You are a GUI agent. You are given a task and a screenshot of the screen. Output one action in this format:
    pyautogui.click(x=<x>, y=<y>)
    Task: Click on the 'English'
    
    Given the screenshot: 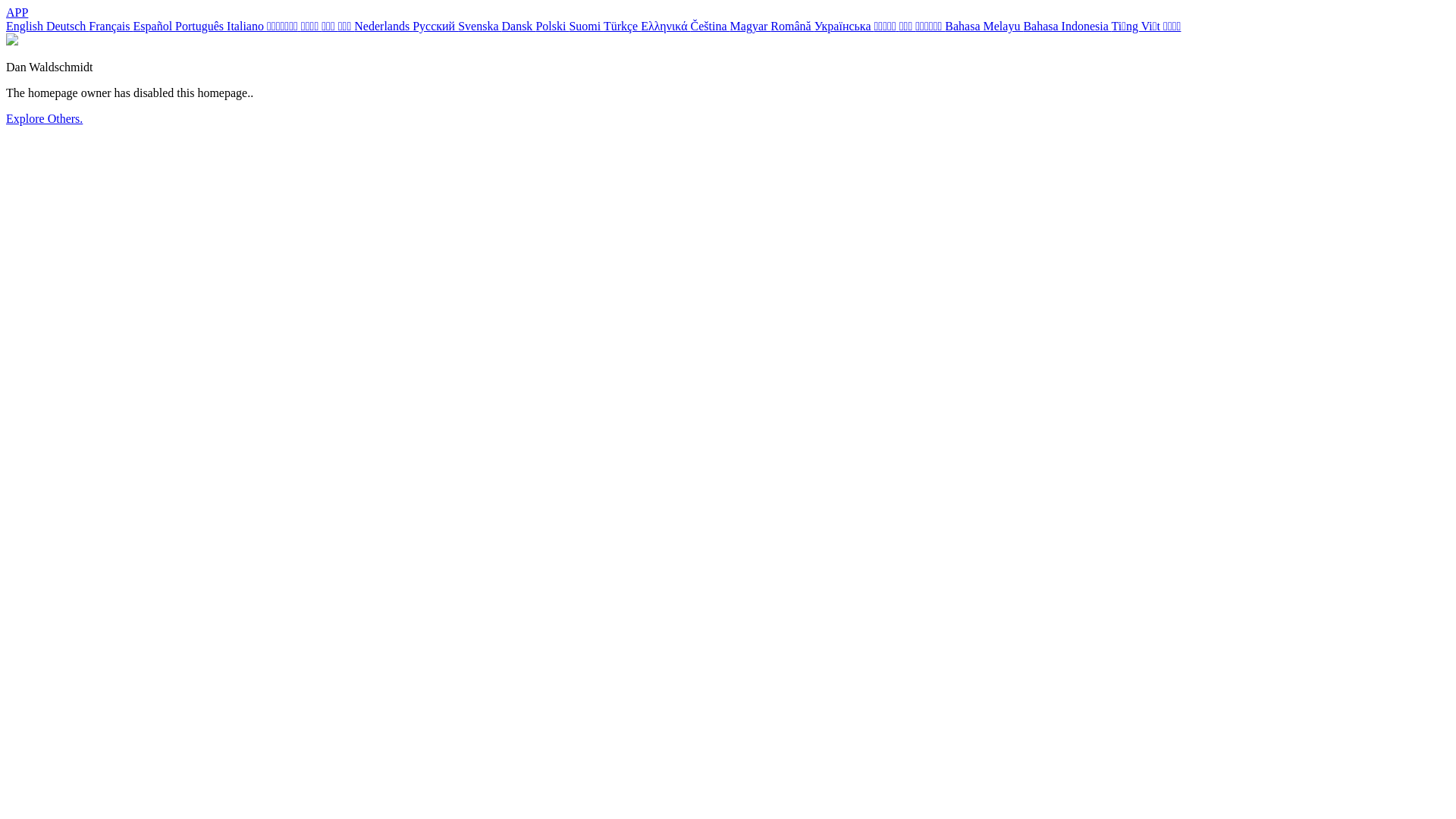 What is the action you would take?
    pyautogui.click(x=26, y=26)
    